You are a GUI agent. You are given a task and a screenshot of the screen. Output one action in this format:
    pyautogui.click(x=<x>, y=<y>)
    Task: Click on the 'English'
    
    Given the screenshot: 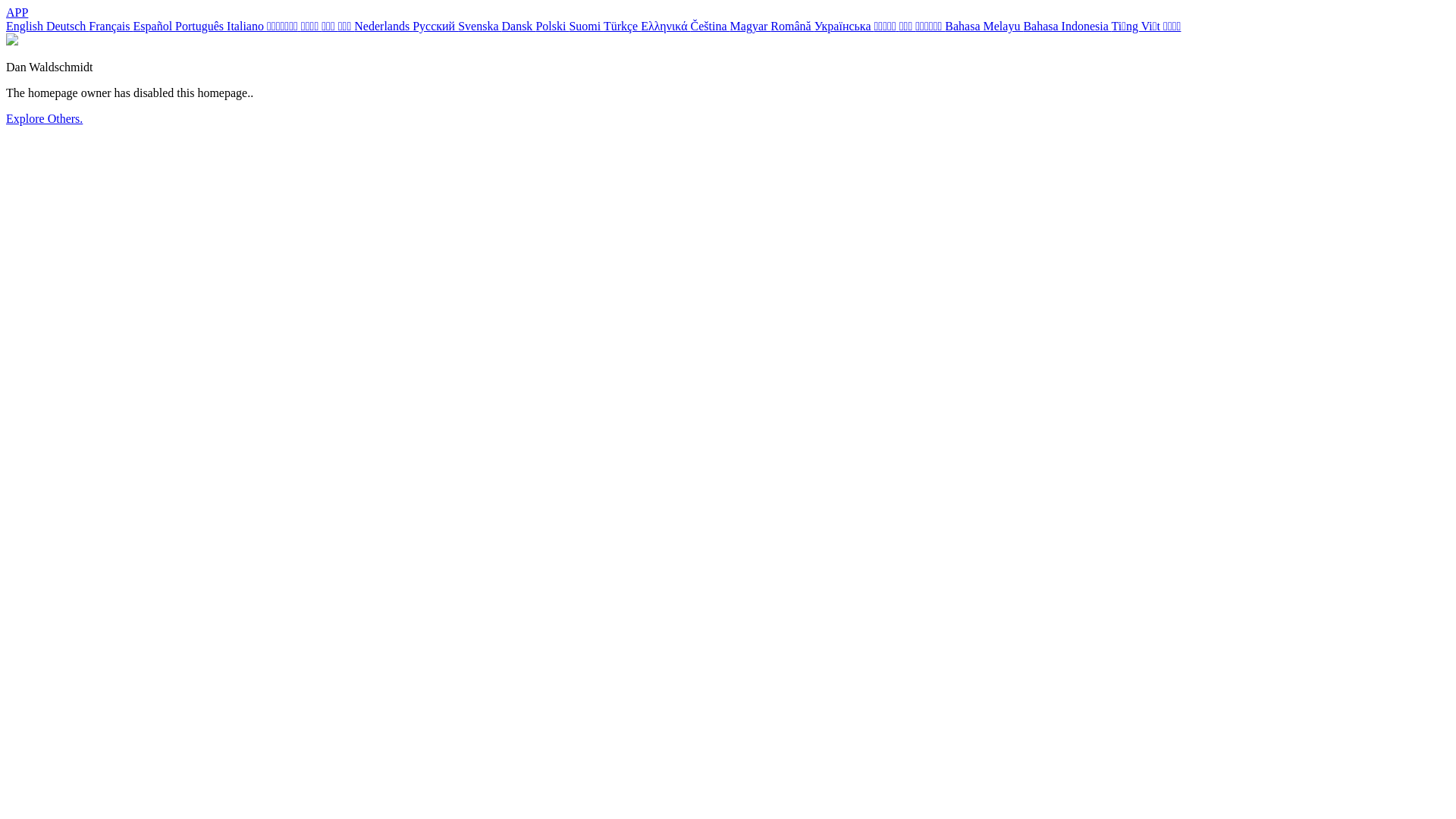 What is the action you would take?
    pyautogui.click(x=26, y=26)
    